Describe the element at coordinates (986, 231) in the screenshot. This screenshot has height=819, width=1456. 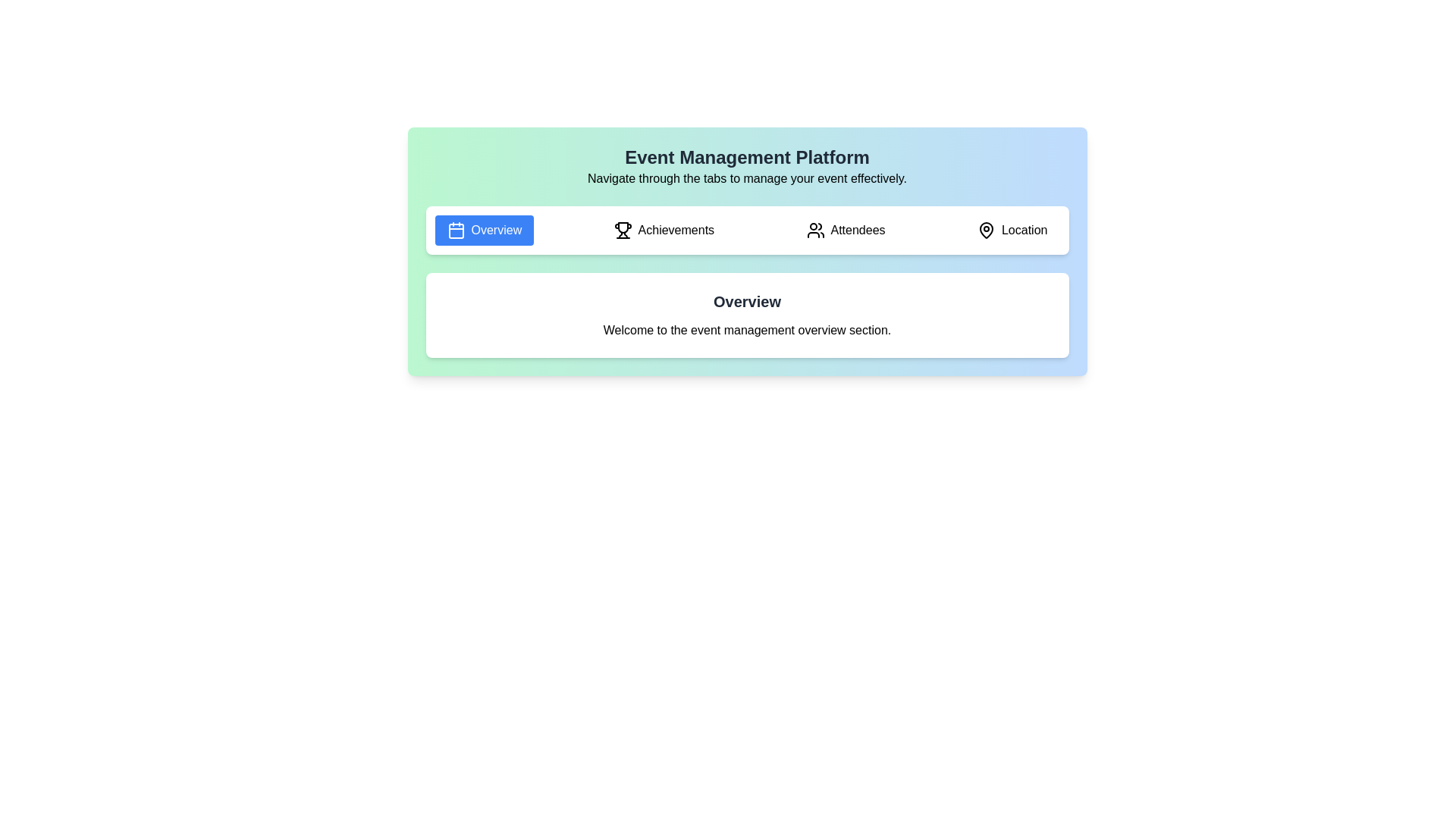
I see `the map pin icon located within the 'Location' button in the horizontal navigation menu, which is the fourth button from the left in the Event Management Platform interface` at that location.